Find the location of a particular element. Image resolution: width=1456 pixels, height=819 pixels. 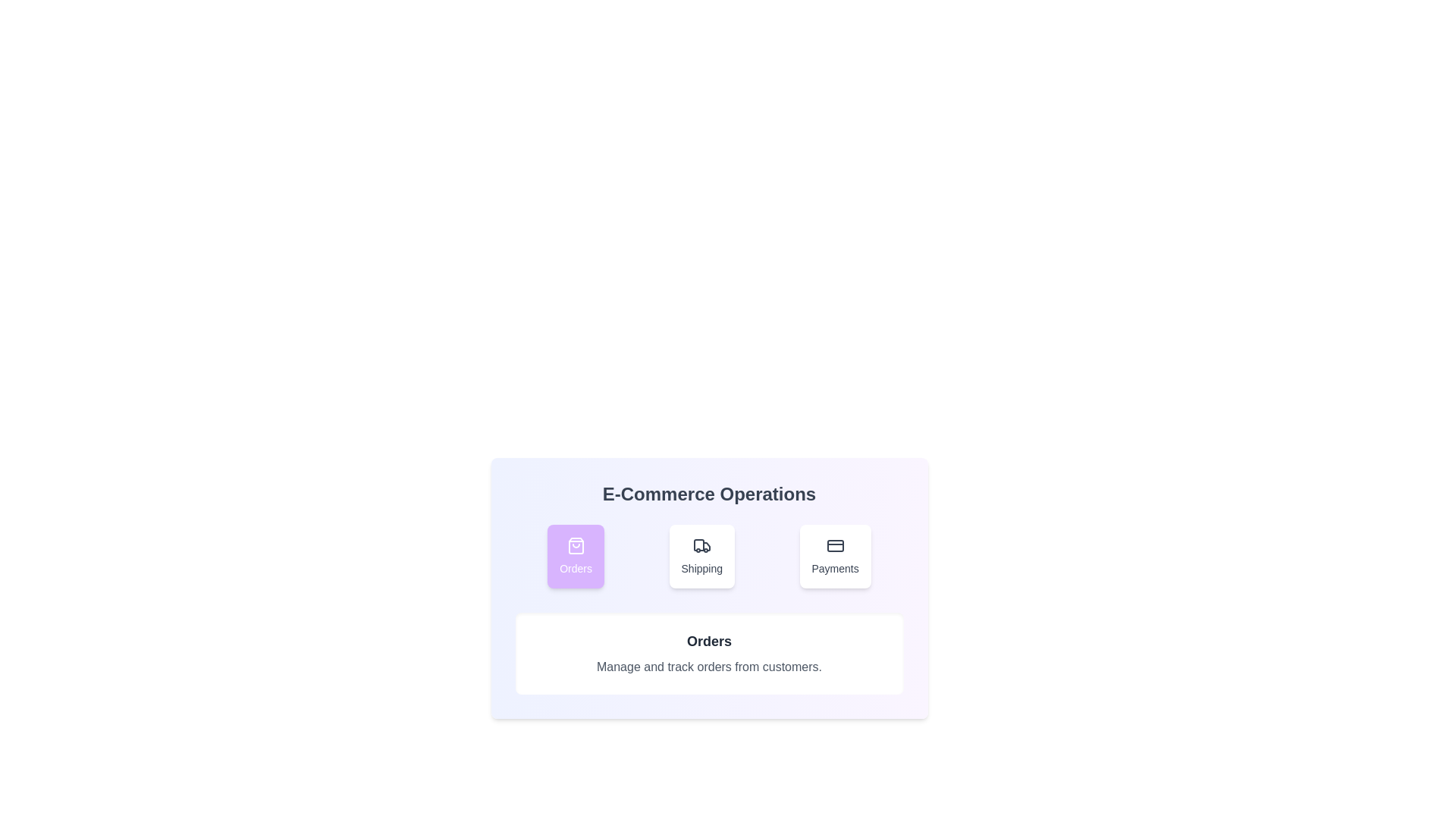

text of the label that describes the 'Orders' functionality, which is positioned immediately below a shopping bag icon in the card row is located at coordinates (575, 568).